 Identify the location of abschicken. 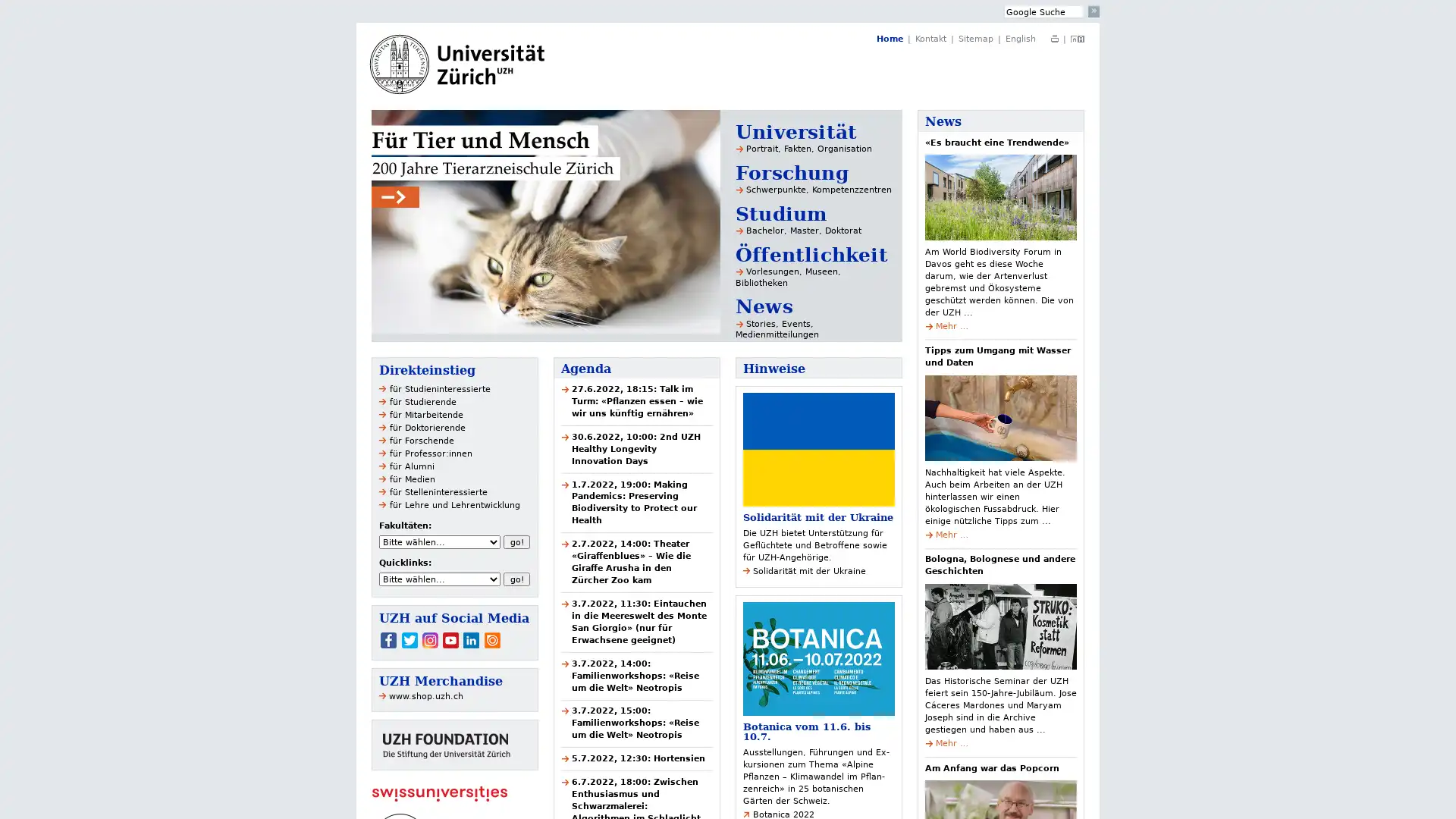
(1094, 11).